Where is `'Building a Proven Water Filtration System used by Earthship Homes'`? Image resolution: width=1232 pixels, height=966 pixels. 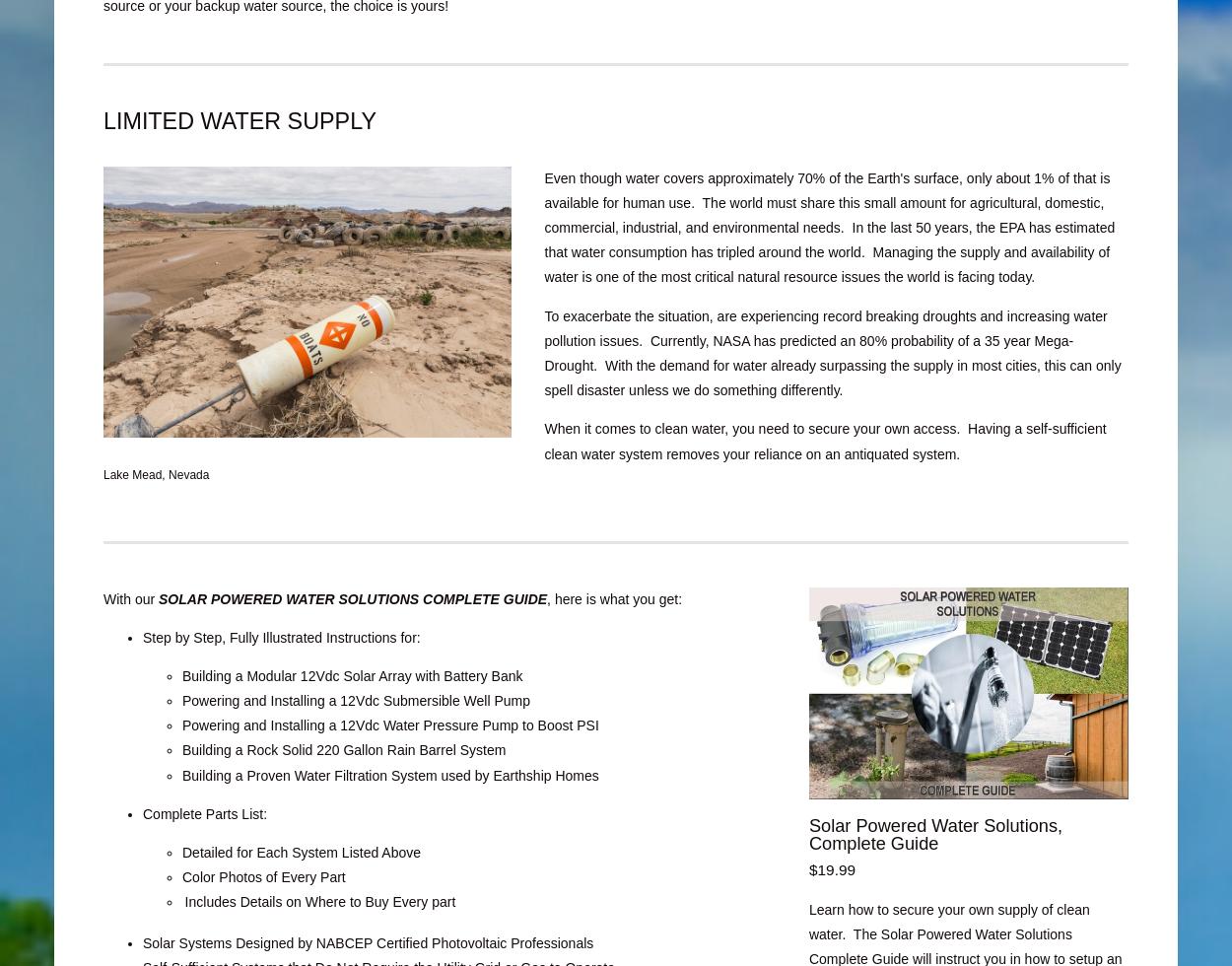
'Building a Proven Water Filtration System used by Earthship Homes' is located at coordinates (390, 774).